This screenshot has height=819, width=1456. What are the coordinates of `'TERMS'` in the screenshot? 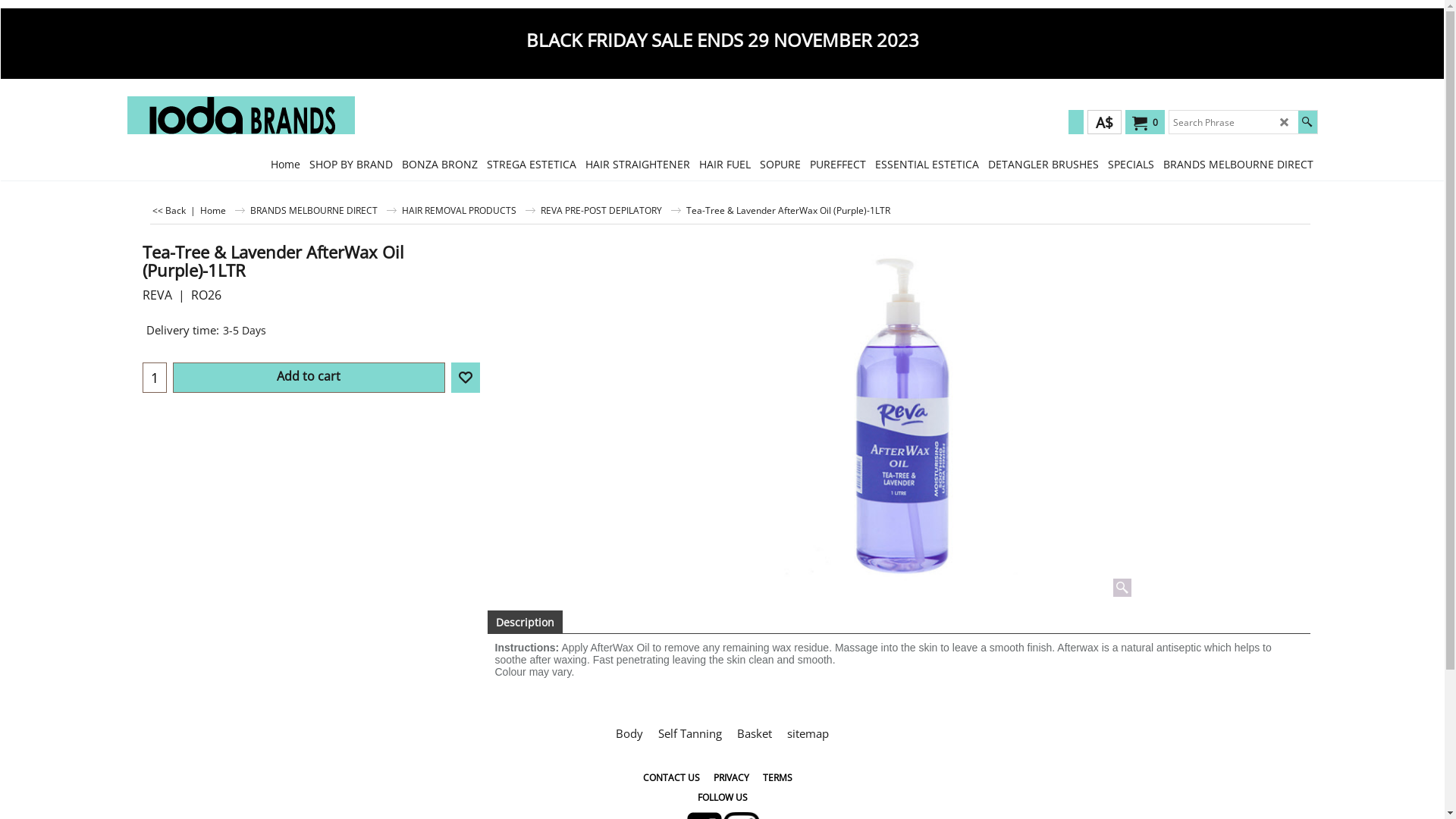 It's located at (777, 777).